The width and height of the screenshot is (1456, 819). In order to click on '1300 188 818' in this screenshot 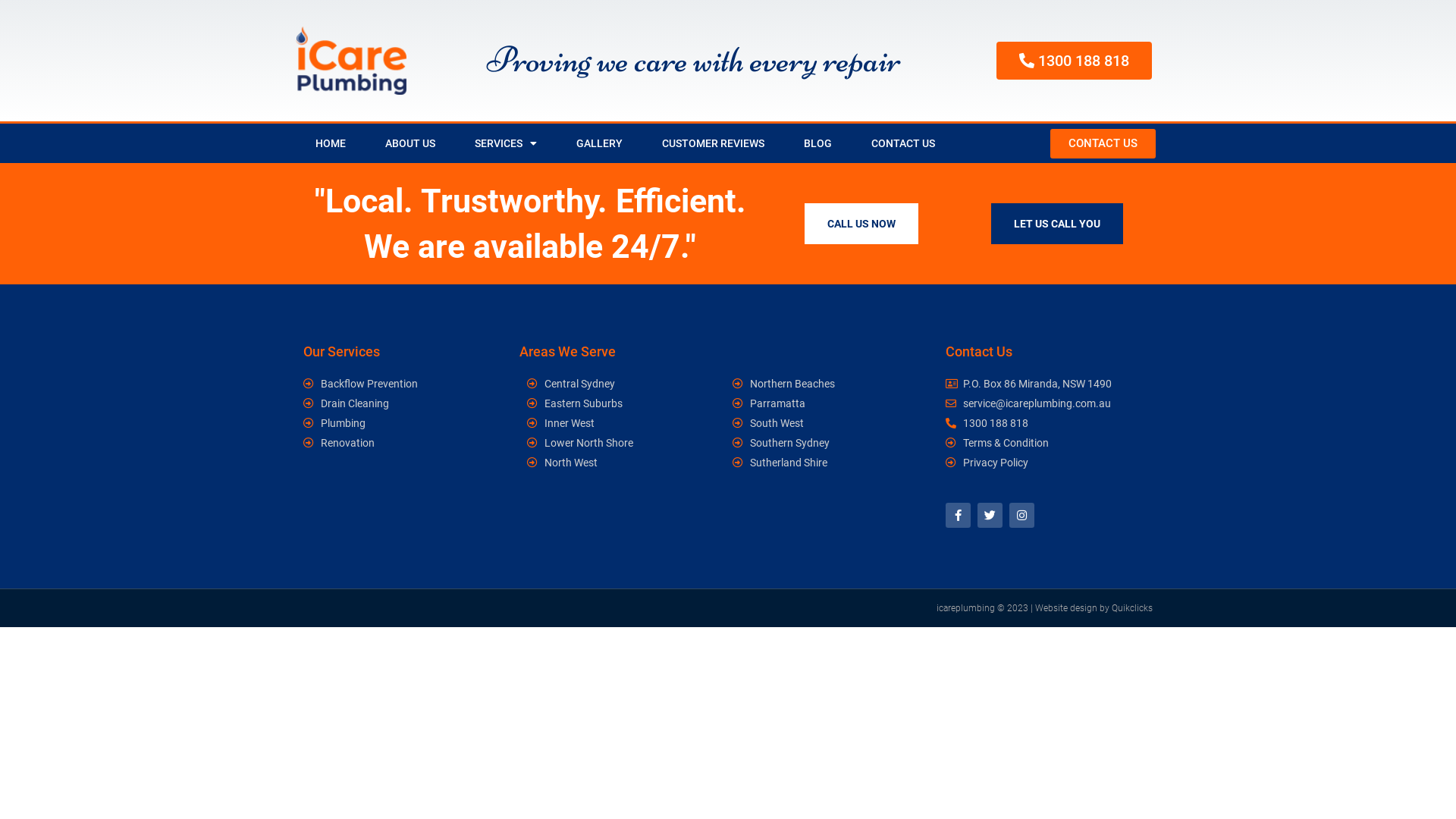, I will do `click(1073, 60)`.